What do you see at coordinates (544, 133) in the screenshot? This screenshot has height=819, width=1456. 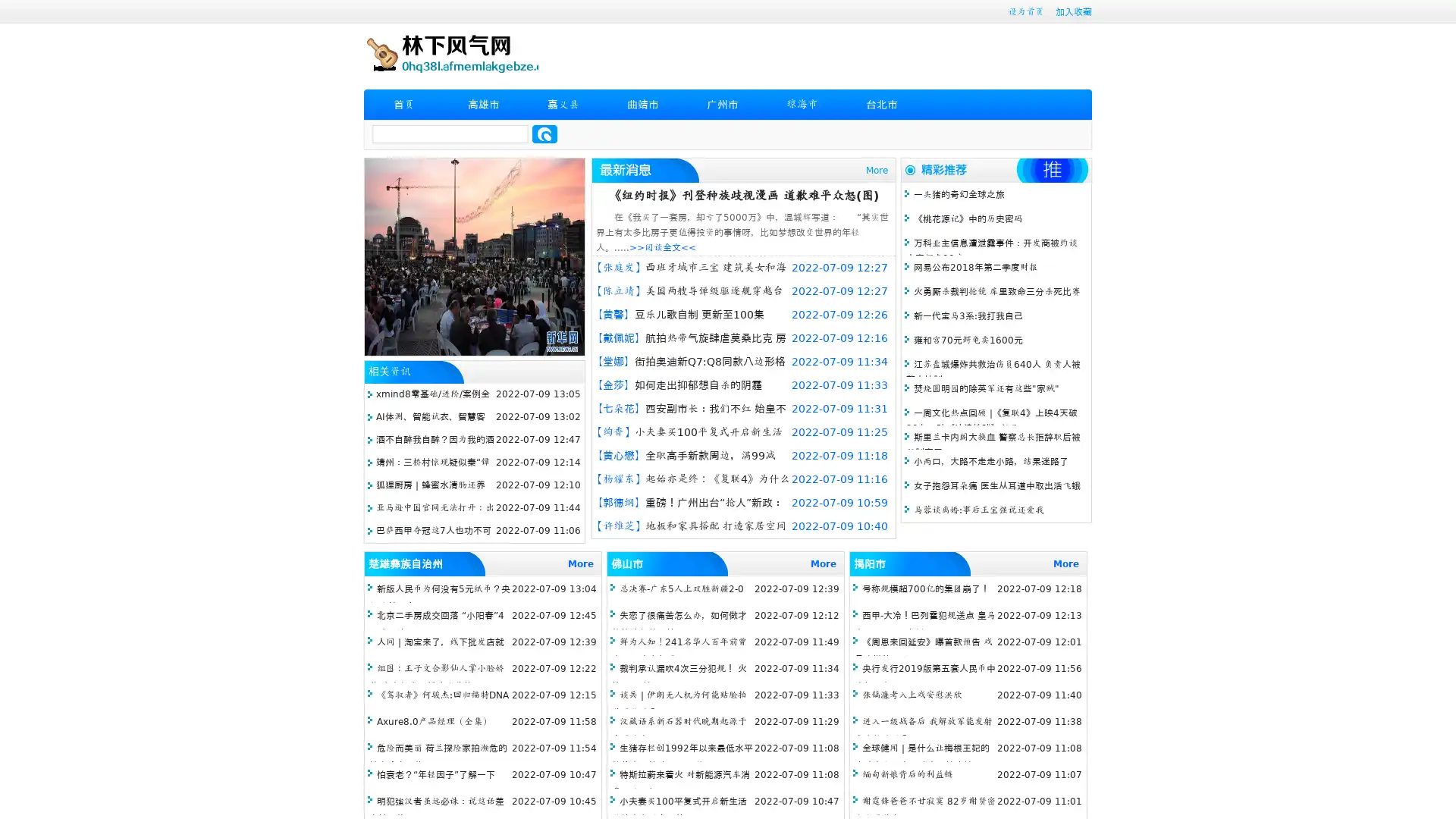 I see `Search` at bounding box center [544, 133].